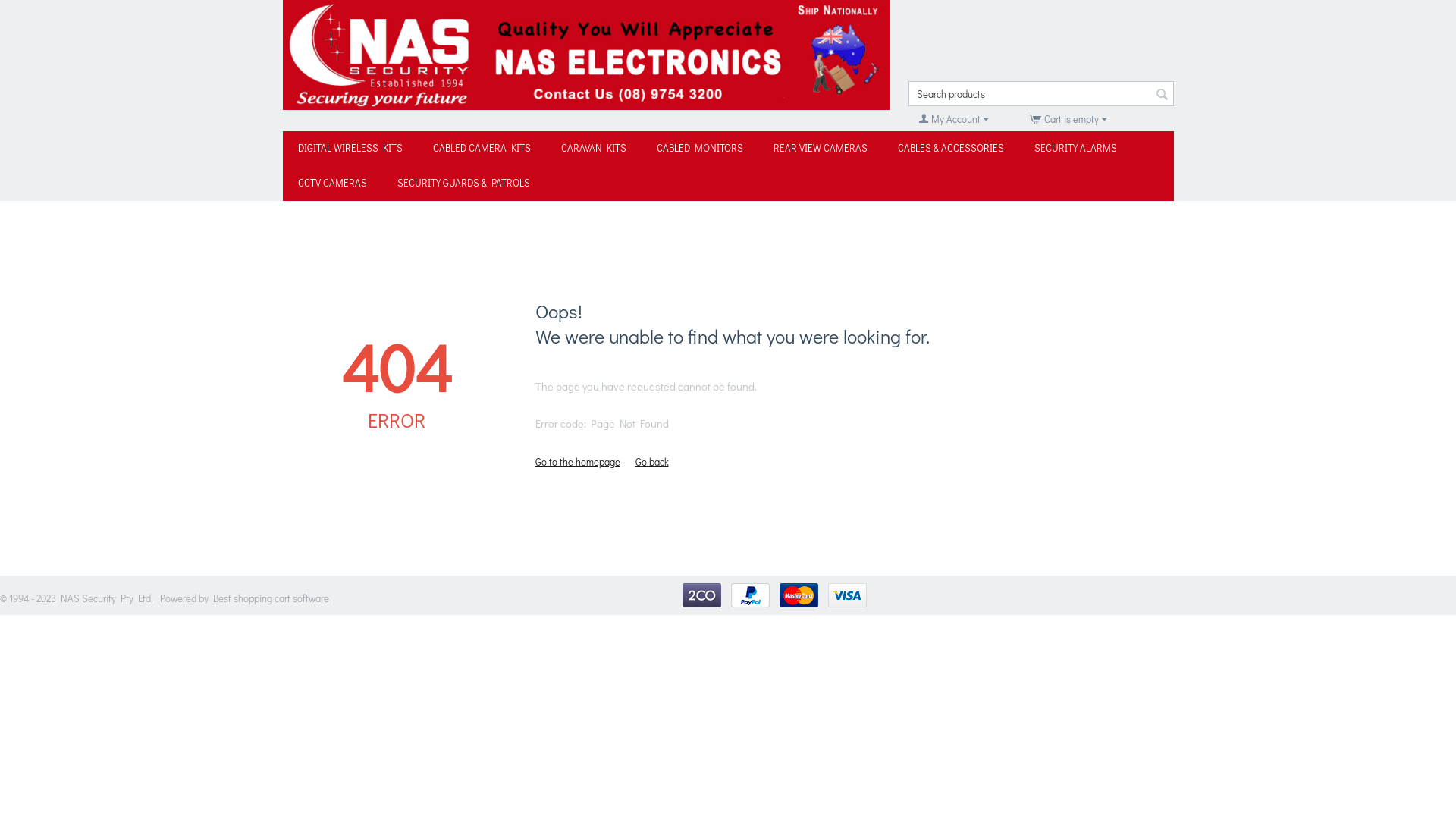  What do you see at coordinates (1075, 149) in the screenshot?
I see `'SECURITY ALARMS'` at bounding box center [1075, 149].